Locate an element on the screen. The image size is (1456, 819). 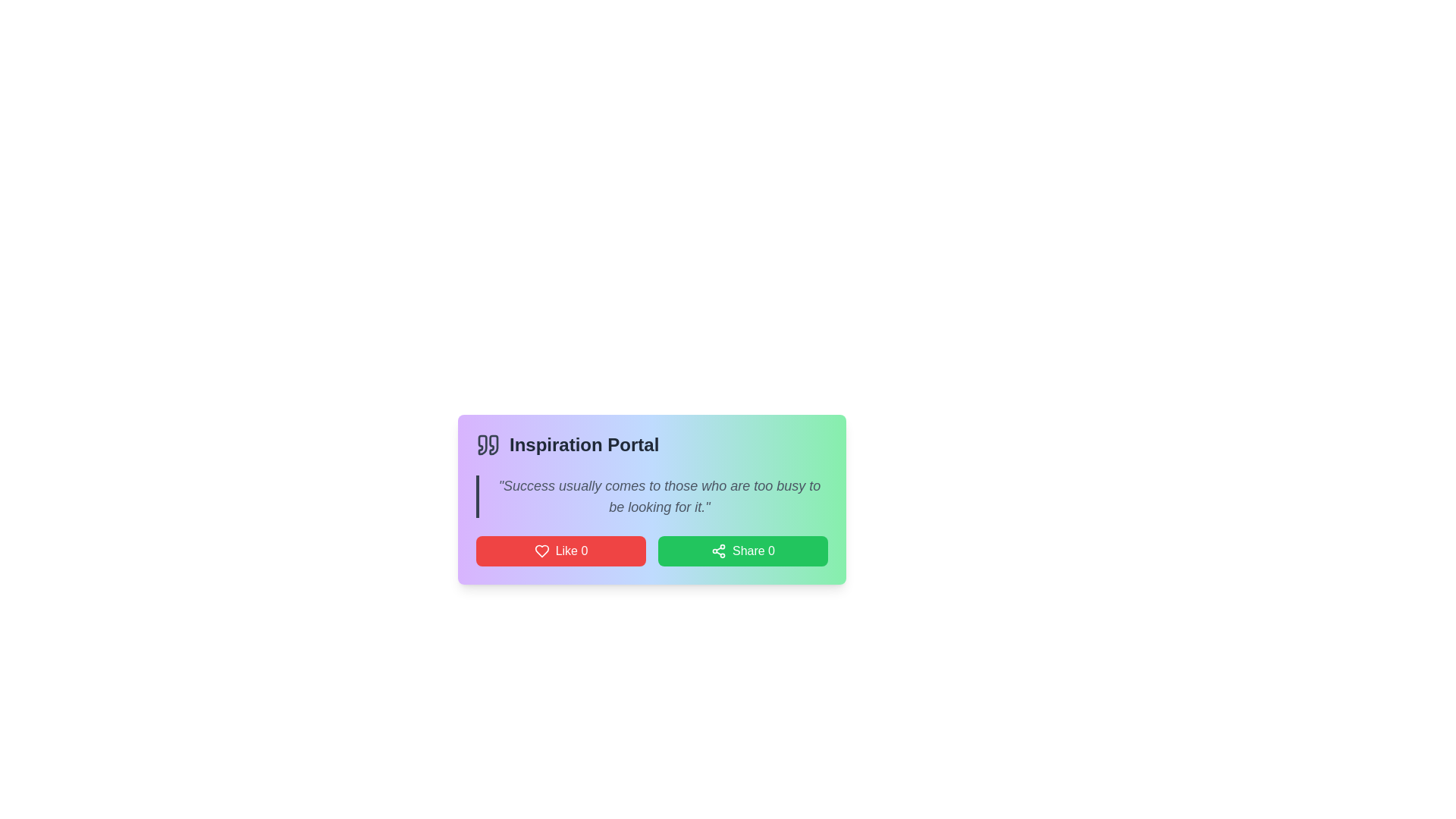
the red 'Like 0' button with a heart-shaped icon on its left to trigger its hover effect is located at coordinates (560, 551).